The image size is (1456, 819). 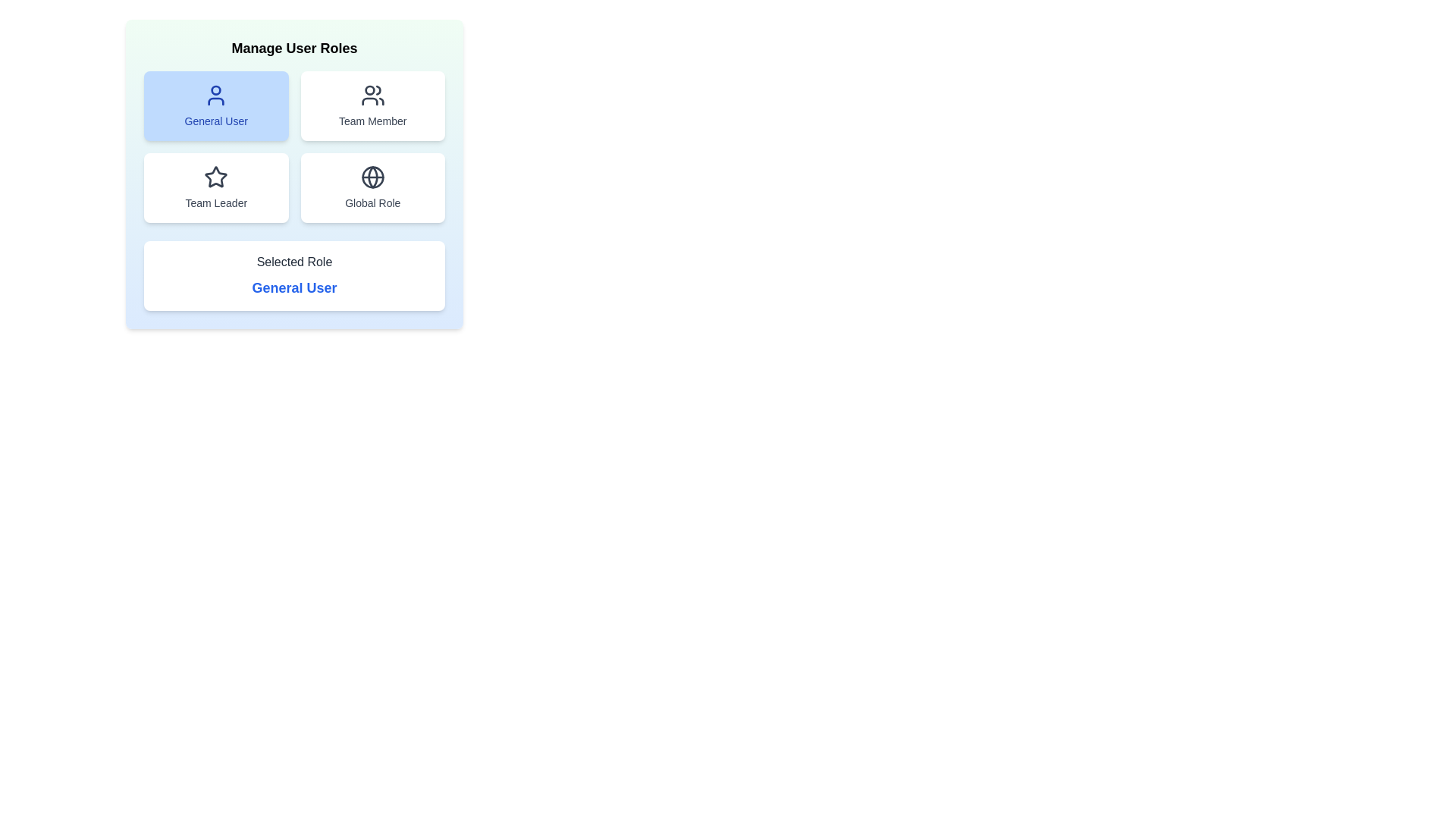 What do you see at coordinates (372, 187) in the screenshot?
I see `the button labeled Global Role to observe its hover effect` at bounding box center [372, 187].